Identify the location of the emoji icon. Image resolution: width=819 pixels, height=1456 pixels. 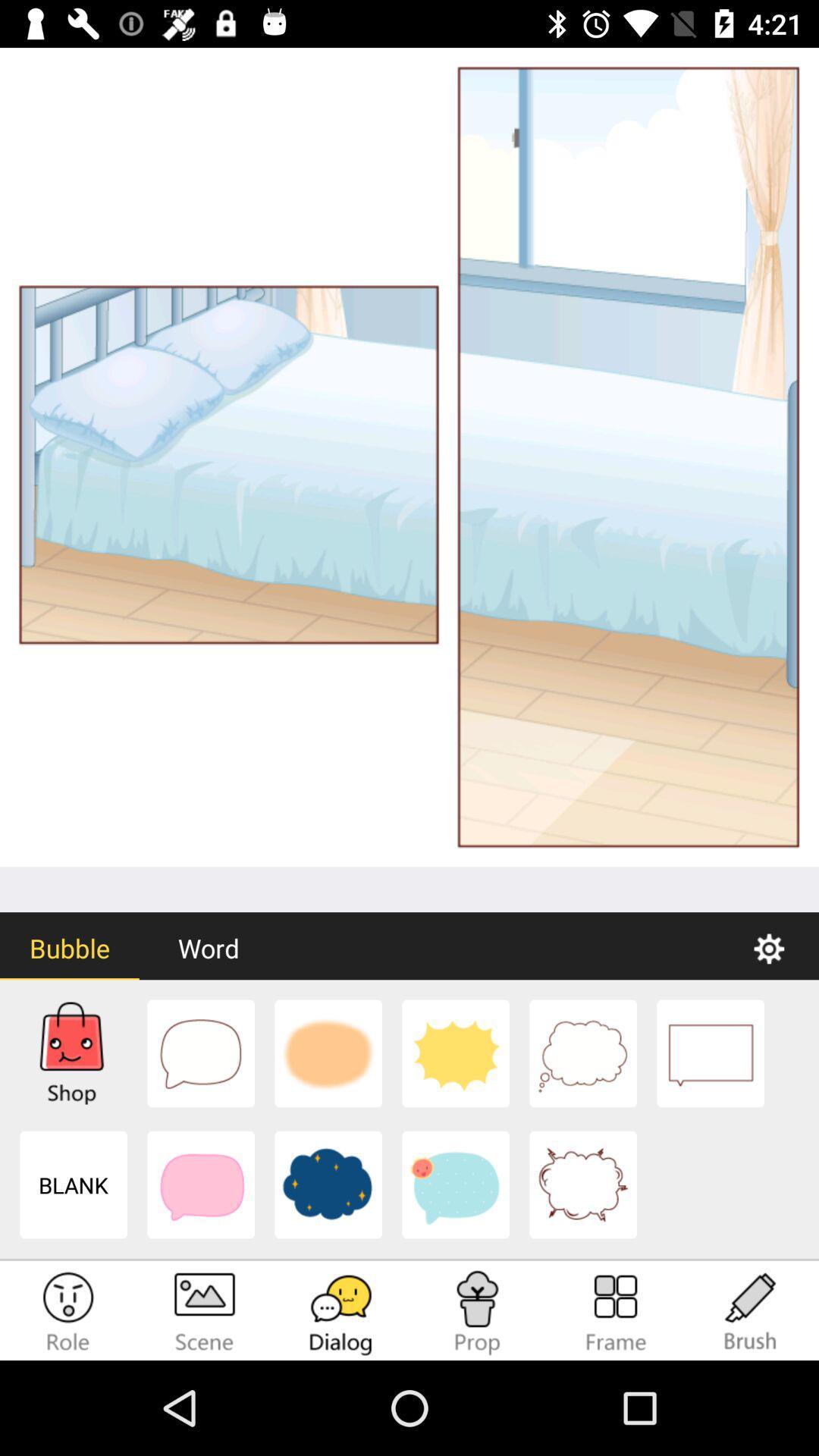
(67, 1312).